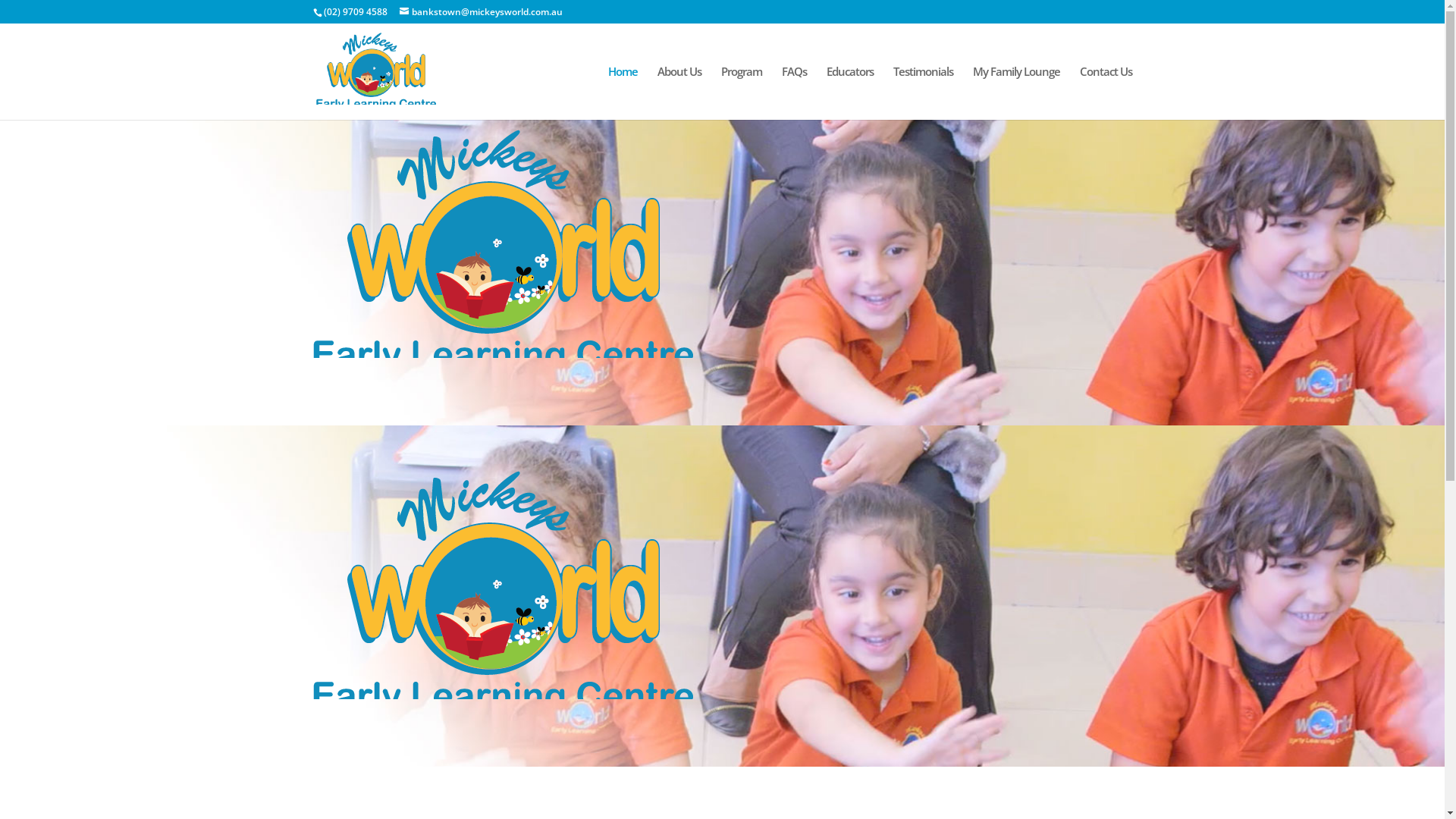 The height and width of the screenshot is (819, 1456). What do you see at coordinates (922, 93) in the screenshot?
I see `'Testimonials'` at bounding box center [922, 93].